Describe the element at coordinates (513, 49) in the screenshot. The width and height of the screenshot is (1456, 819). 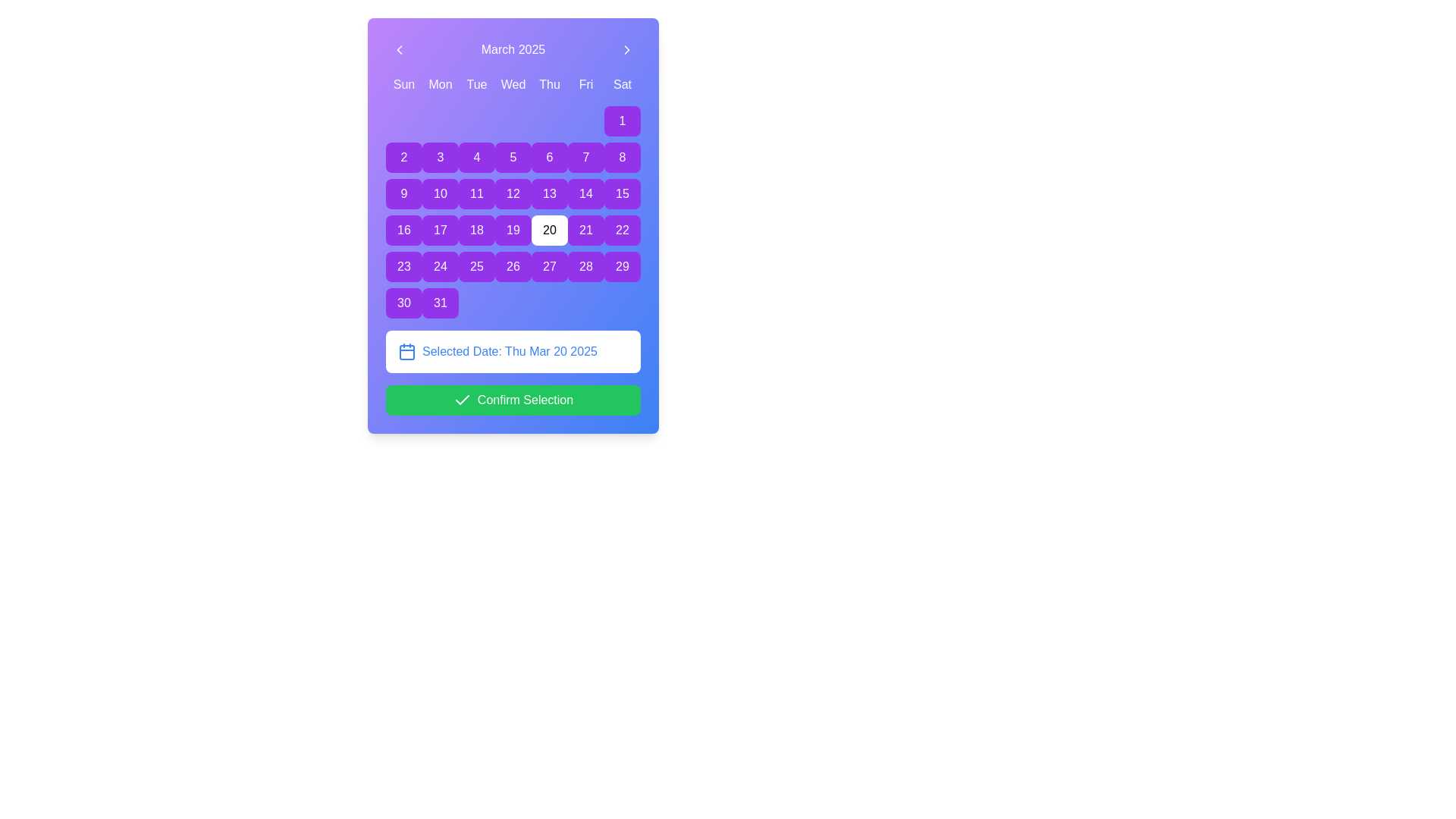
I see `the text label displaying 'March 2025', which is located at the top center of the calendar interface and has a white font color against a purple background` at that location.